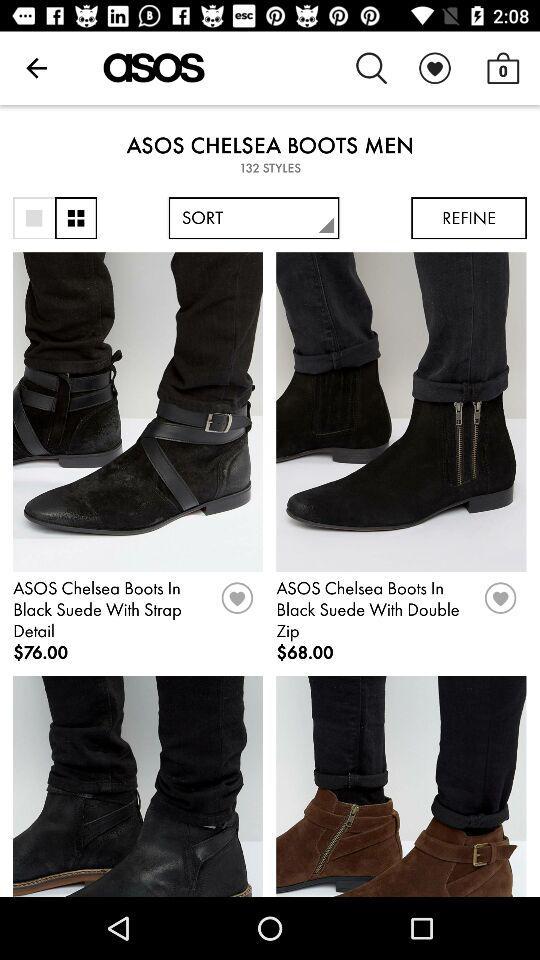 Image resolution: width=540 pixels, height=960 pixels. Describe the element at coordinates (254, 218) in the screenshot. I see `icon next to refine item` at that location.